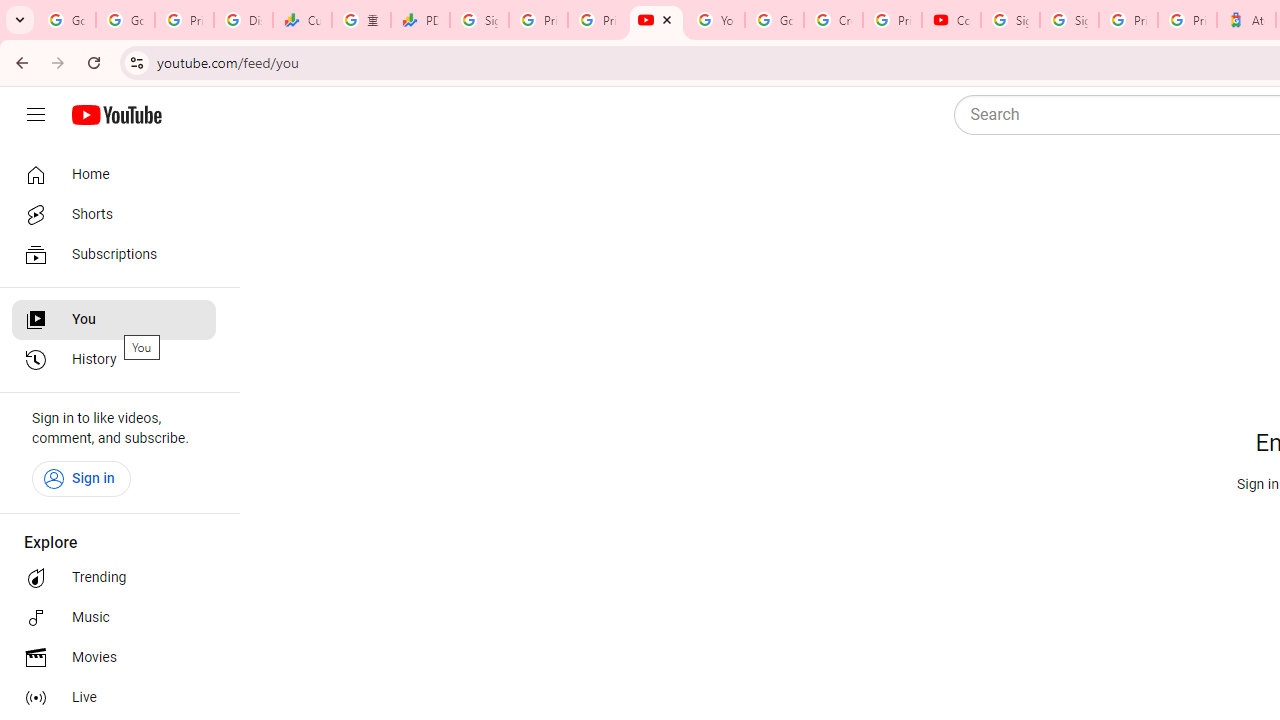 Image resolution: width=1280 pixels, height=720 pixels. Describe the element at coordinates (35, 115) in the screenshot. I see `'Guide'` at that location.